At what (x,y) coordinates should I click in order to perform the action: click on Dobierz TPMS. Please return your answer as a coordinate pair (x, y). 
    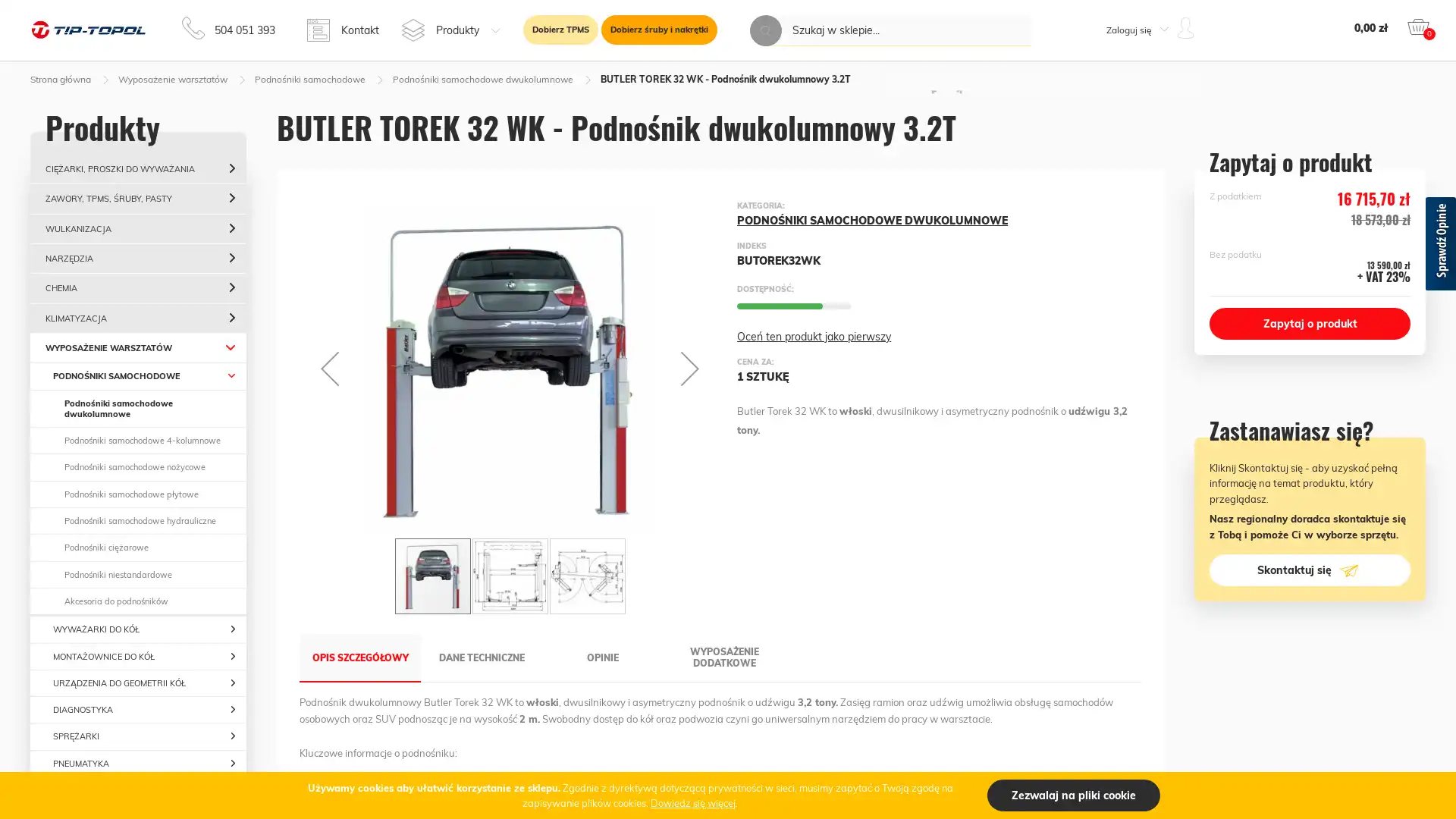
    Looking at the image, I should click on (560, 30).